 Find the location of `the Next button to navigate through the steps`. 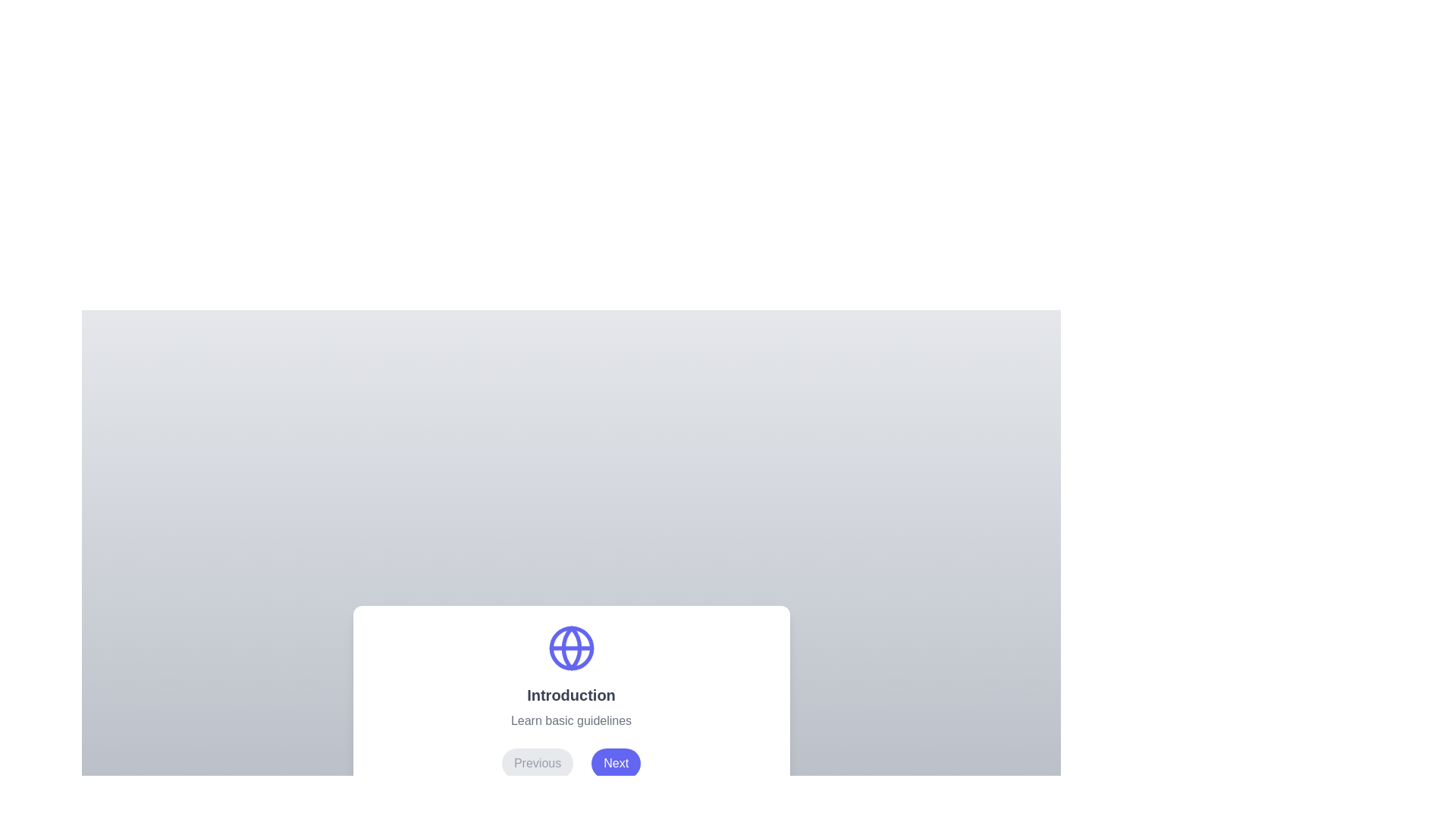

the Next button to navigate through the steps is located at coordinates (616, 763).